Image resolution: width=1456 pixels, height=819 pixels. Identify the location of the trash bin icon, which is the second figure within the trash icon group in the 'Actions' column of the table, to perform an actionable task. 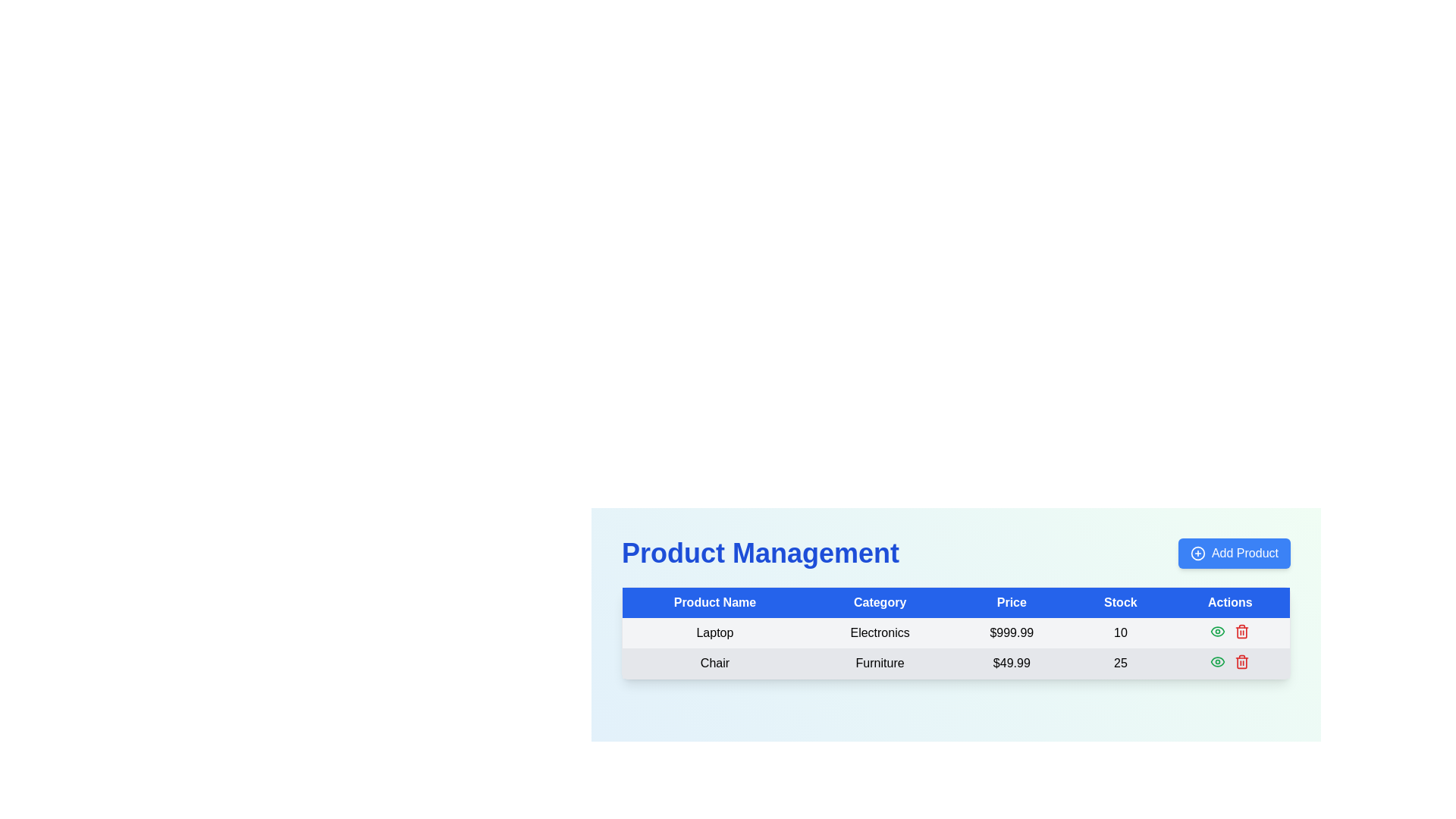
(1241, 632).